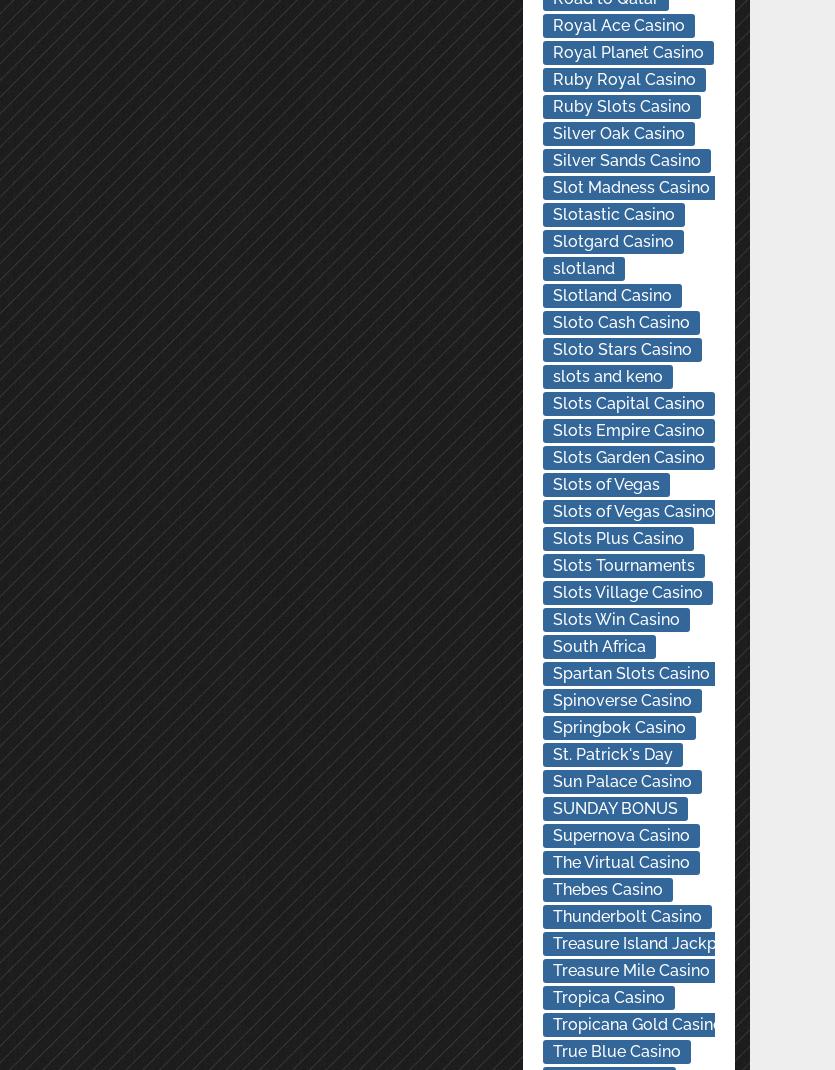  I want to click on 'Treasure Island Jackpot', so click(641, 942).